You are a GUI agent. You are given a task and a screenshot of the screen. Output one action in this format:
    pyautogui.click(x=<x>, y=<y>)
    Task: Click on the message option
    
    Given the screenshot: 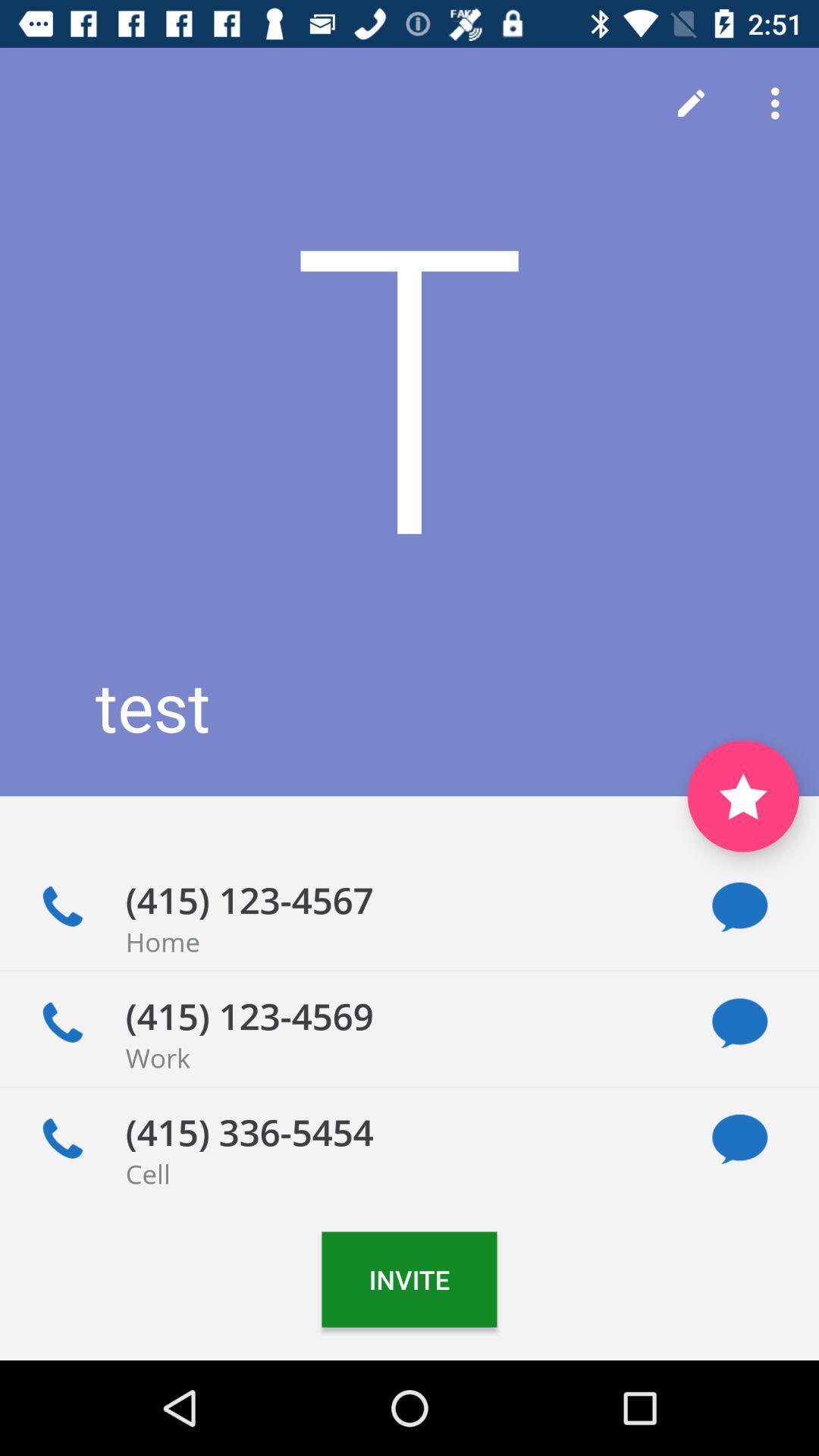 What is the action you would take?
    pyautogui.click(x=739, y=1139)
    